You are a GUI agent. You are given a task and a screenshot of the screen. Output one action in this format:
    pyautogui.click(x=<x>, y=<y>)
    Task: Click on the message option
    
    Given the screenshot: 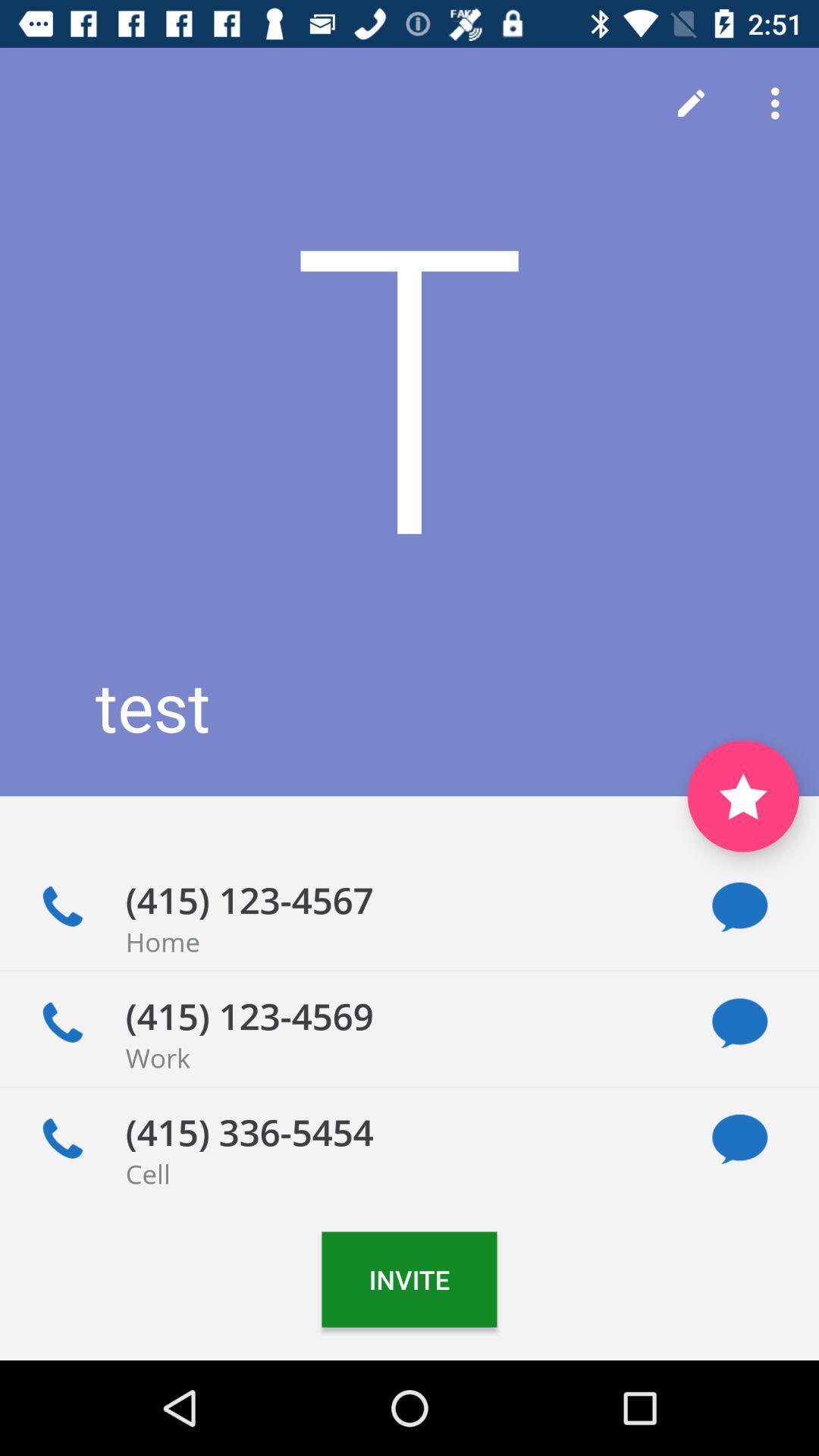 What is the action you would take?
    pyautogui.click(x=739, y=1139)
    